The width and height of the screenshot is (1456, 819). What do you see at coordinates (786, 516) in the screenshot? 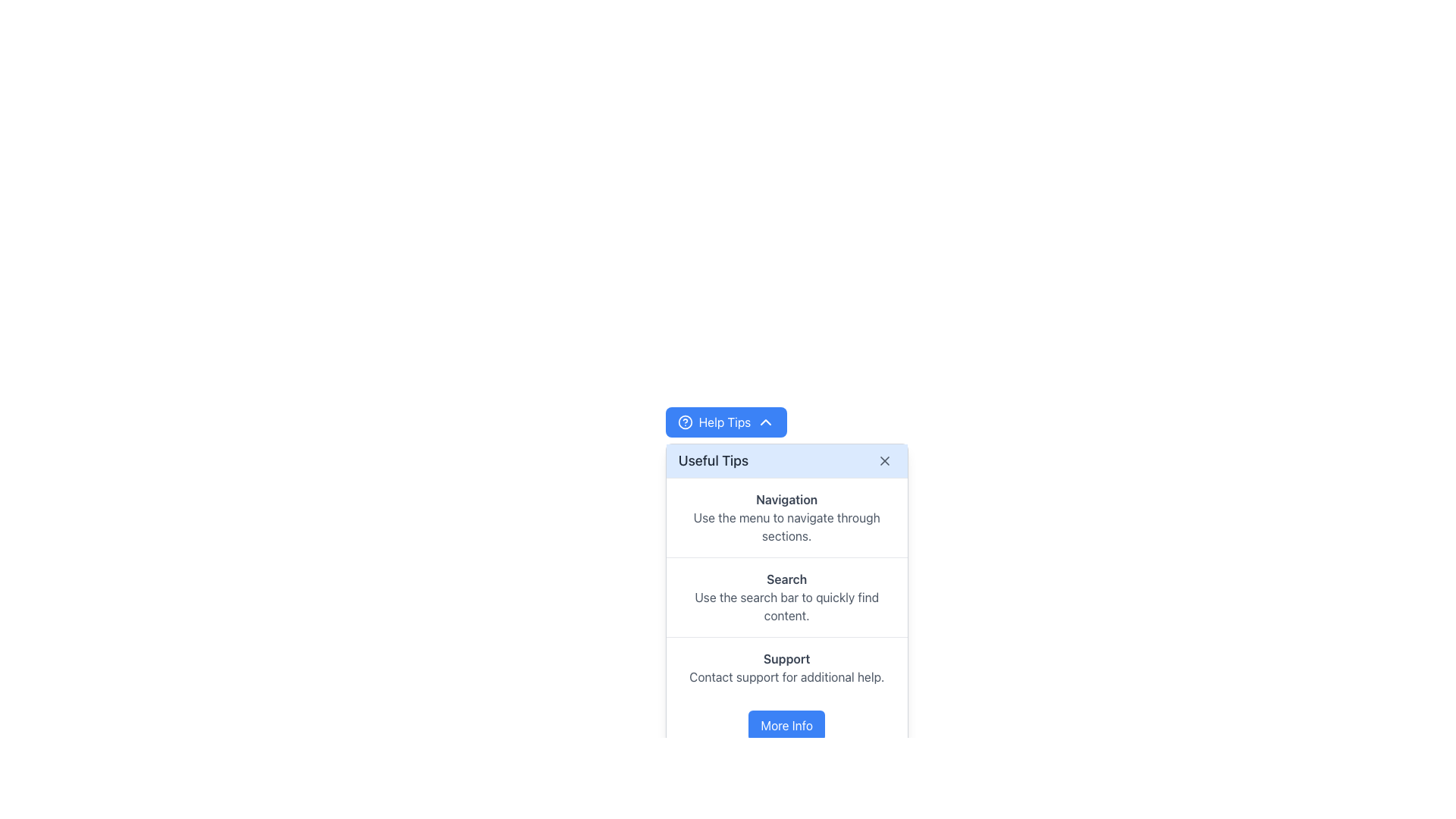
I see `the informational panel item titled 'Navigation' that provides tips on using the menu to navigate through sections` at bounding box center [786, 516].